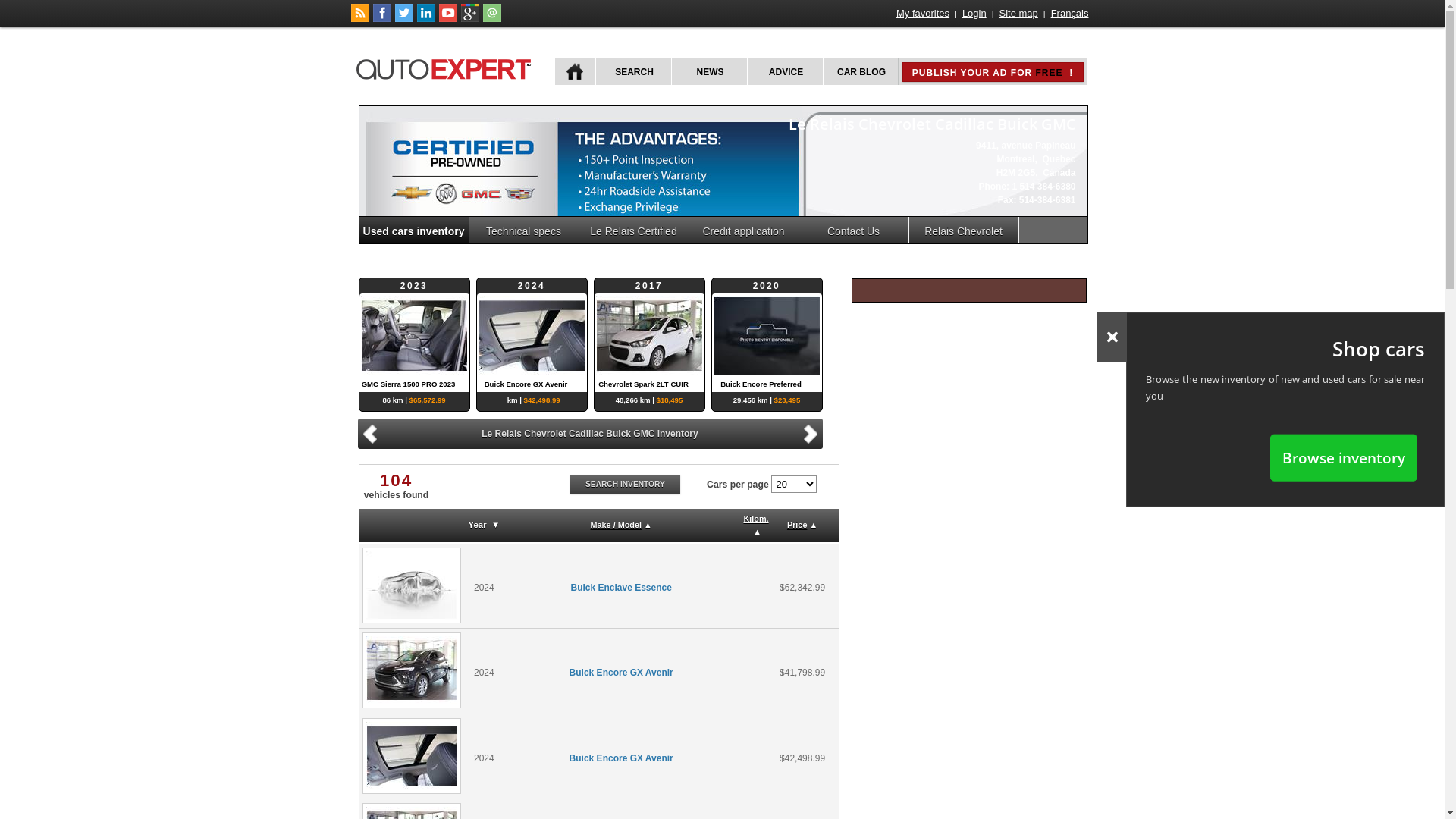 The image size is (1456, 819). I want to click on 'PUBLISH YOUR AD FOR FREE  !', so click(993, 72).